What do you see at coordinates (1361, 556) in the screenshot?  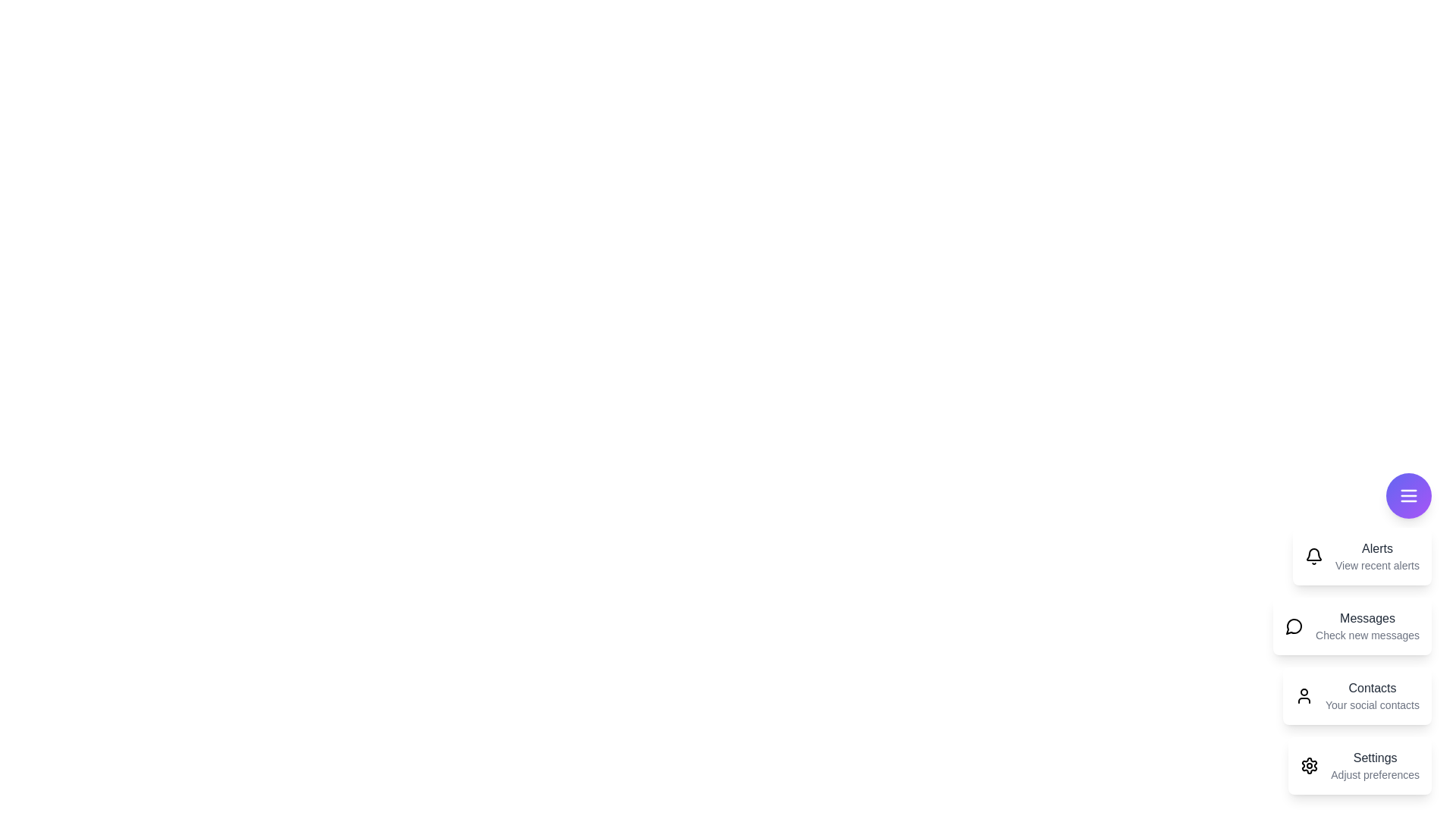 I see `the 'Alerts' card to view recent alerts` at bounding box center [1361, 556].